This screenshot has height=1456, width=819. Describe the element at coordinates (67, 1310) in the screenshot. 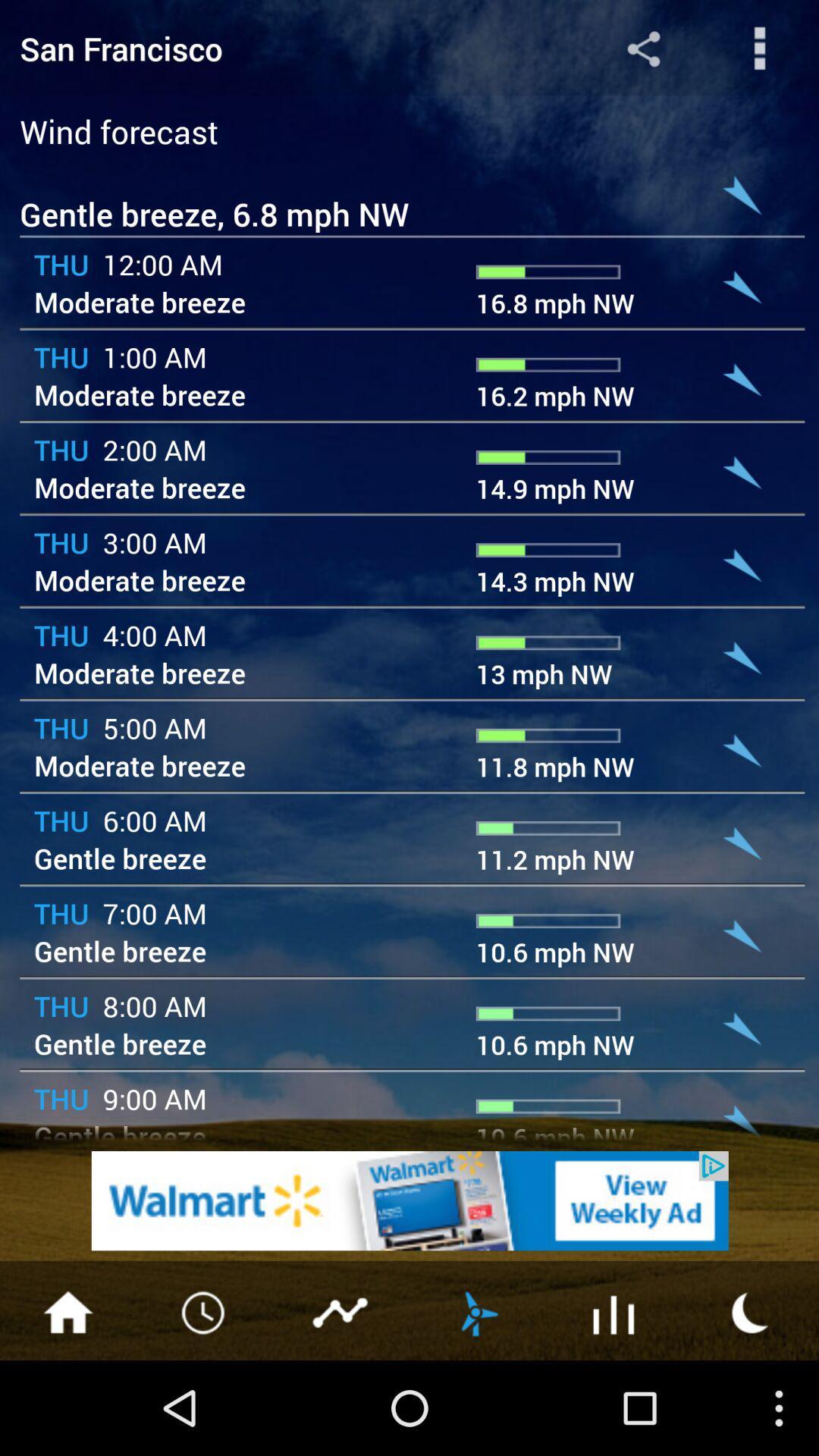

I see `click the menu button` at that location.